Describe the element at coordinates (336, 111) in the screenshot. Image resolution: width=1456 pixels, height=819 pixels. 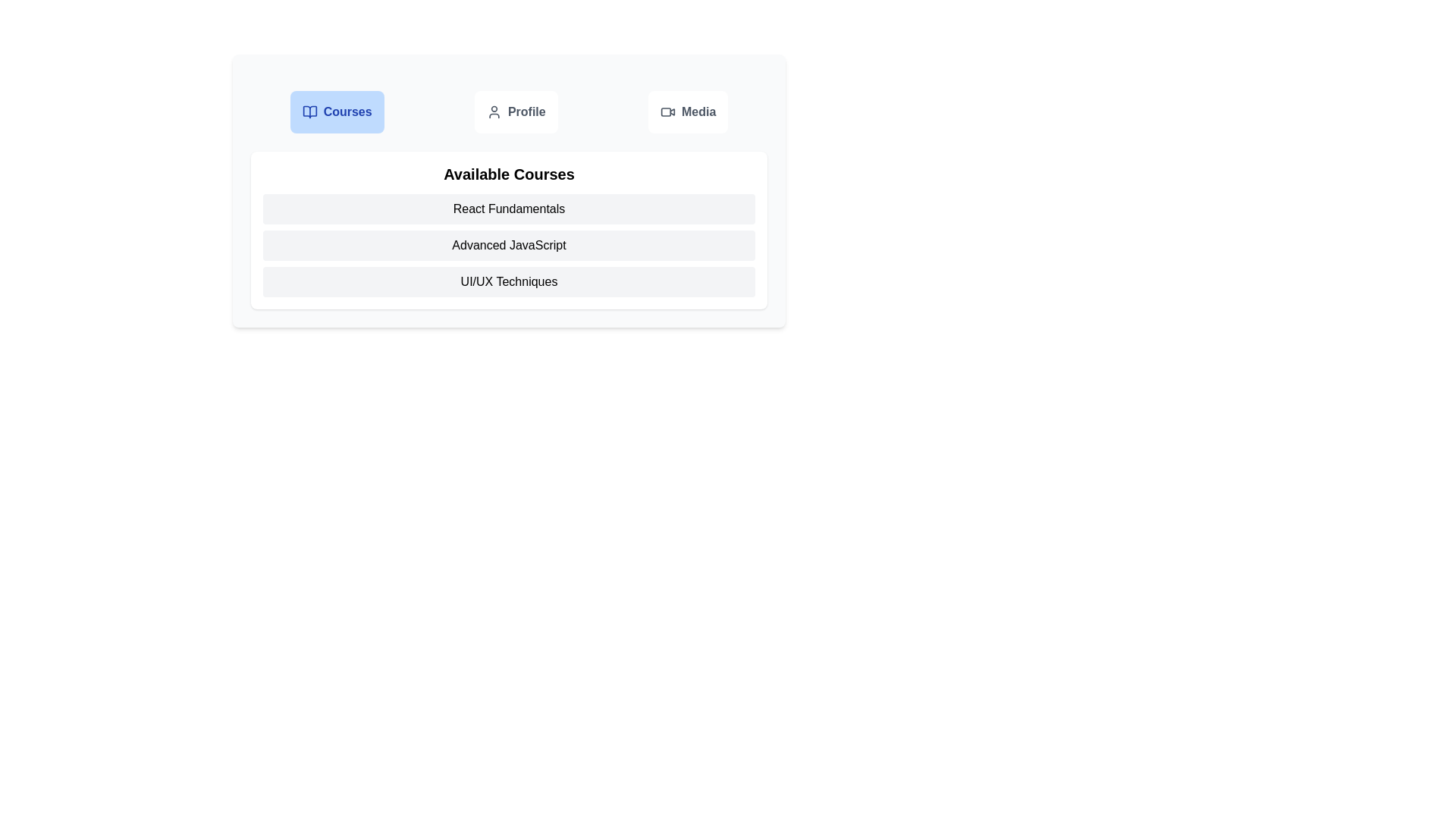
I see `the 'Courses' button in the header area` at that location.